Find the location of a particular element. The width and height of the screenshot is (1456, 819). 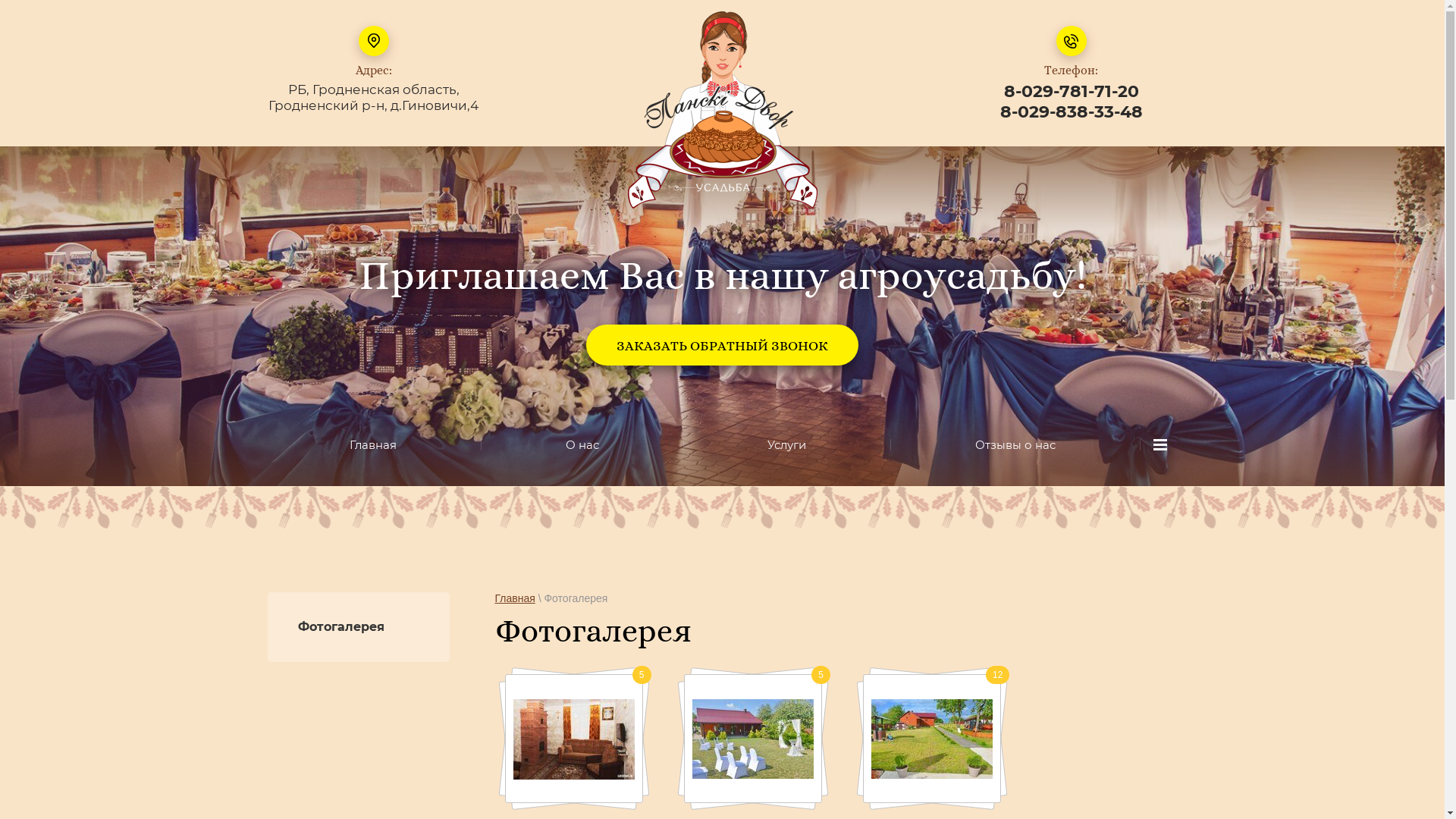

'...' is located at coordinates (1159, 444).